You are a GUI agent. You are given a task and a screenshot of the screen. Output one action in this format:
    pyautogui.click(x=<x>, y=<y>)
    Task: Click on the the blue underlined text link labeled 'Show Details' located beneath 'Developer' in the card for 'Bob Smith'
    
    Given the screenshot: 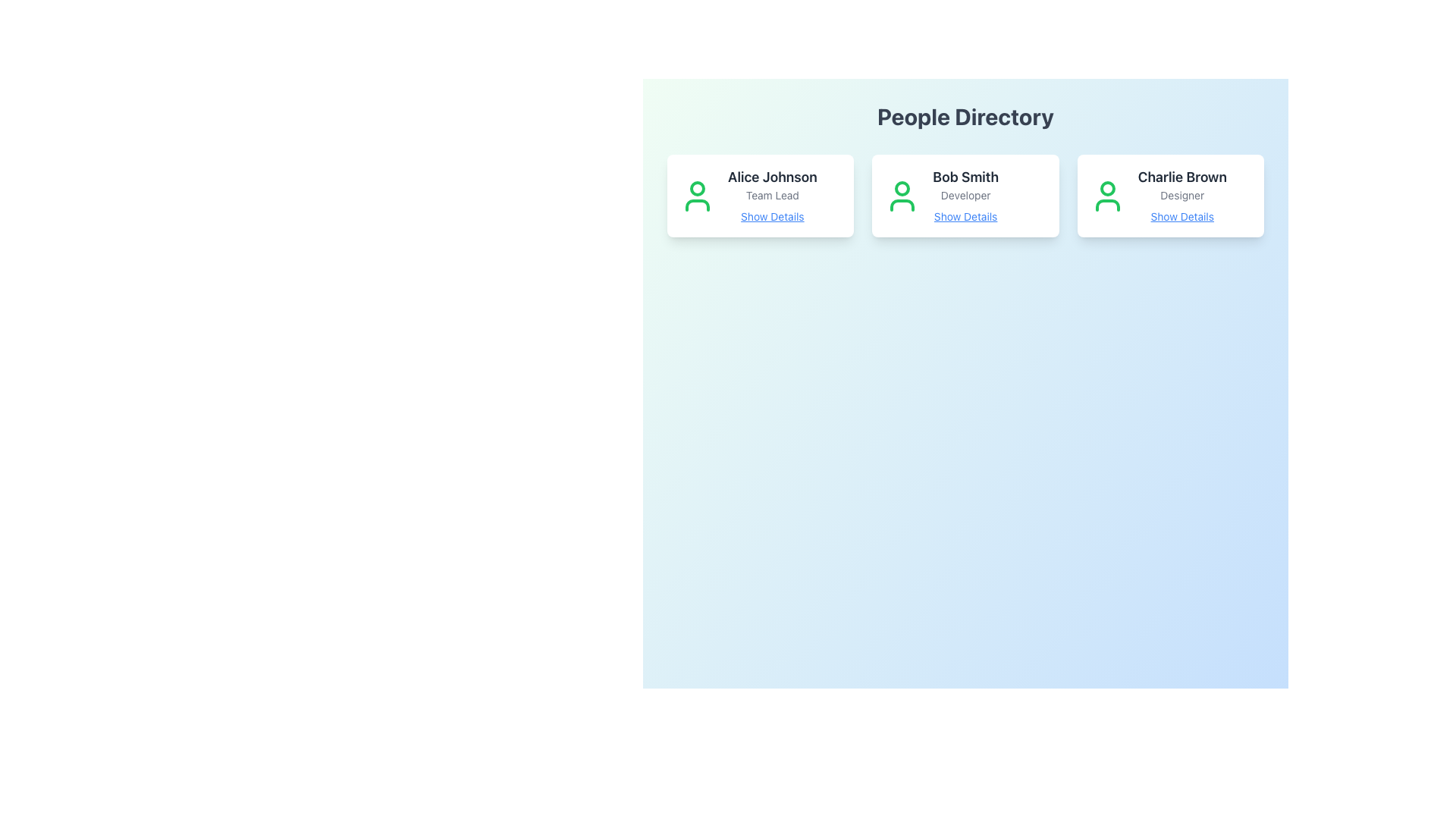 What is the action you would take?
    pyautogui.click(x=965, y=216)
    